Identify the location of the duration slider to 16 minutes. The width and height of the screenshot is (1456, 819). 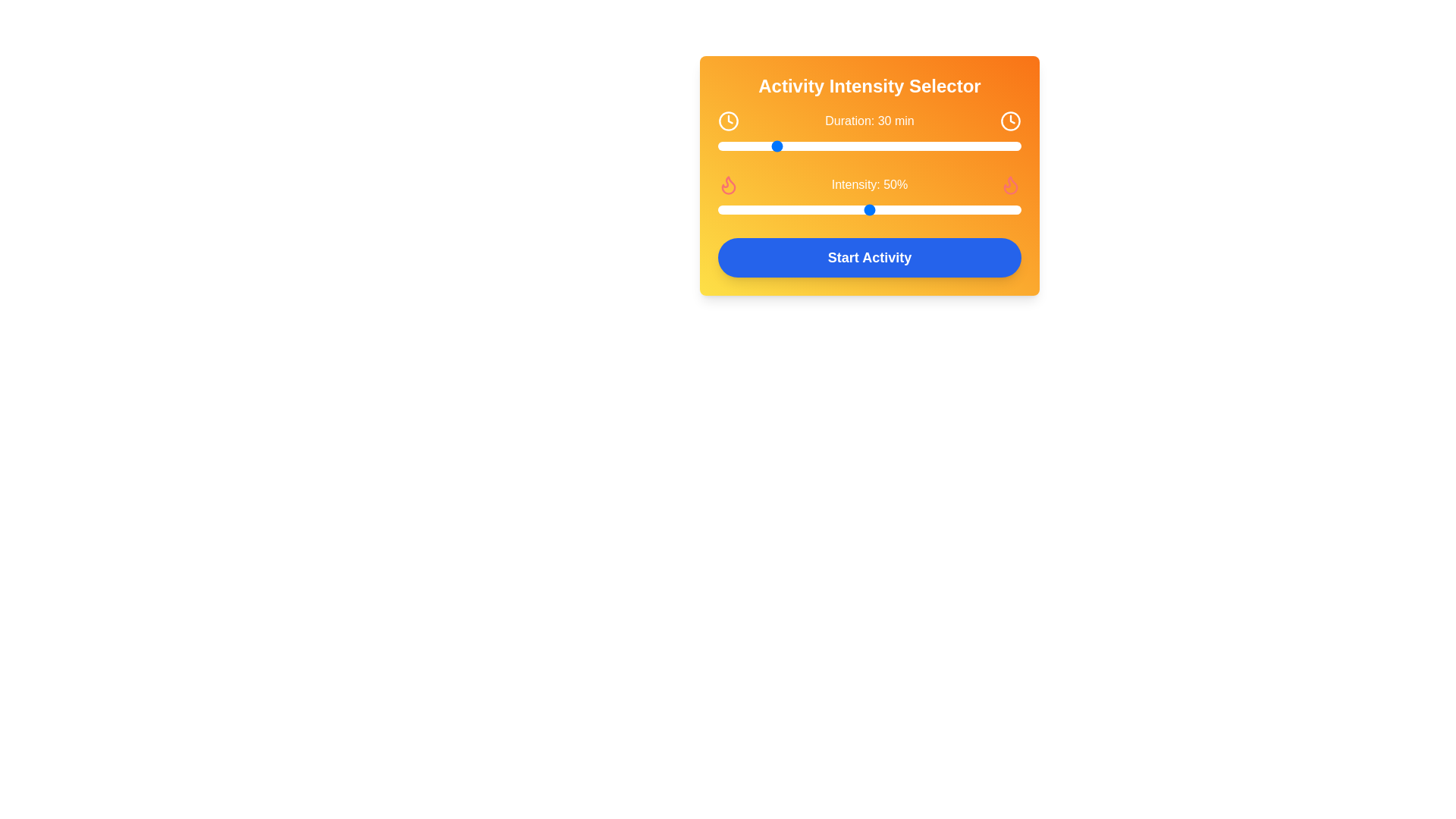
(734, 146).